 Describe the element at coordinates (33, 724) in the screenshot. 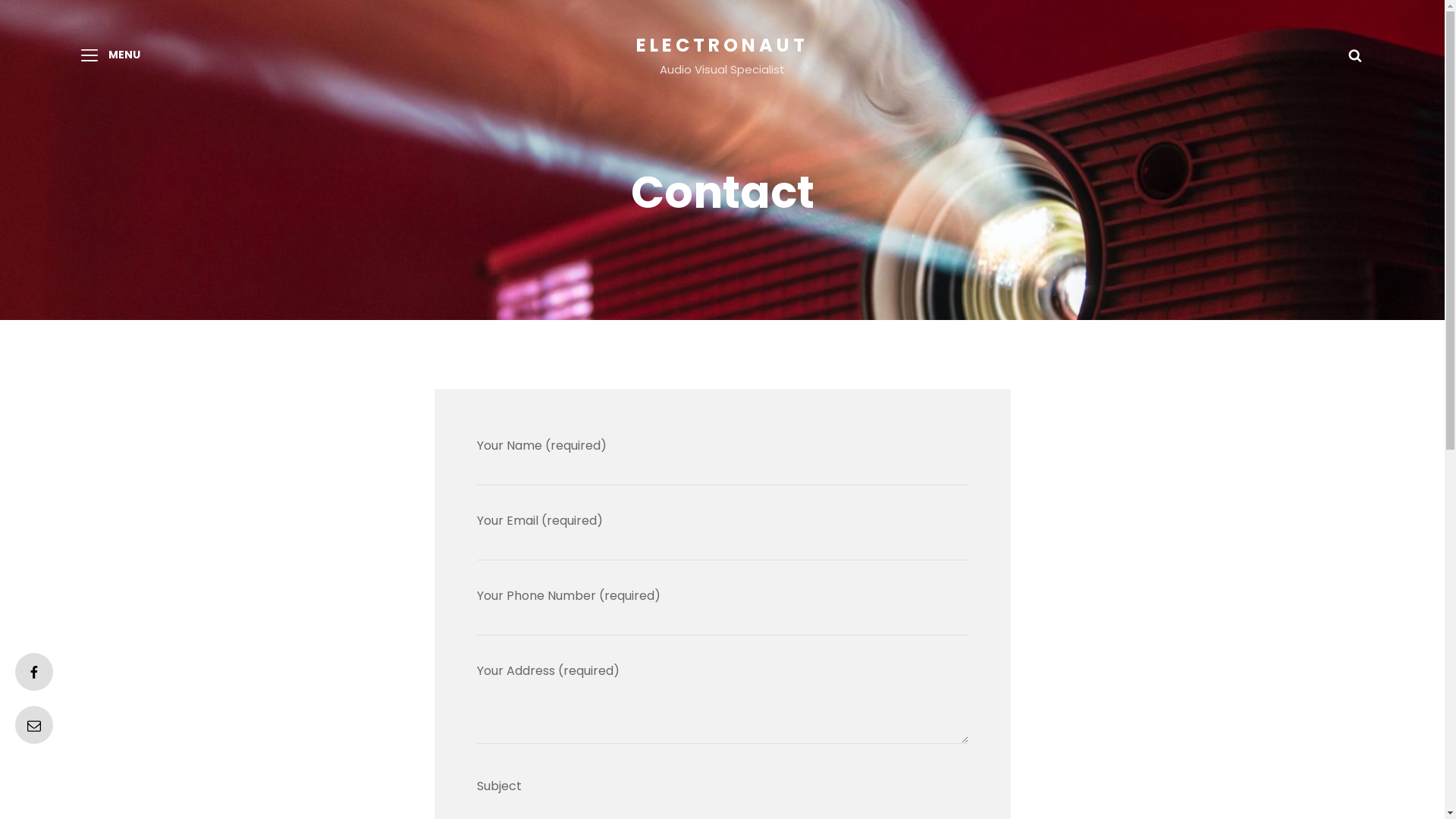

I see `'Email'` at that location.